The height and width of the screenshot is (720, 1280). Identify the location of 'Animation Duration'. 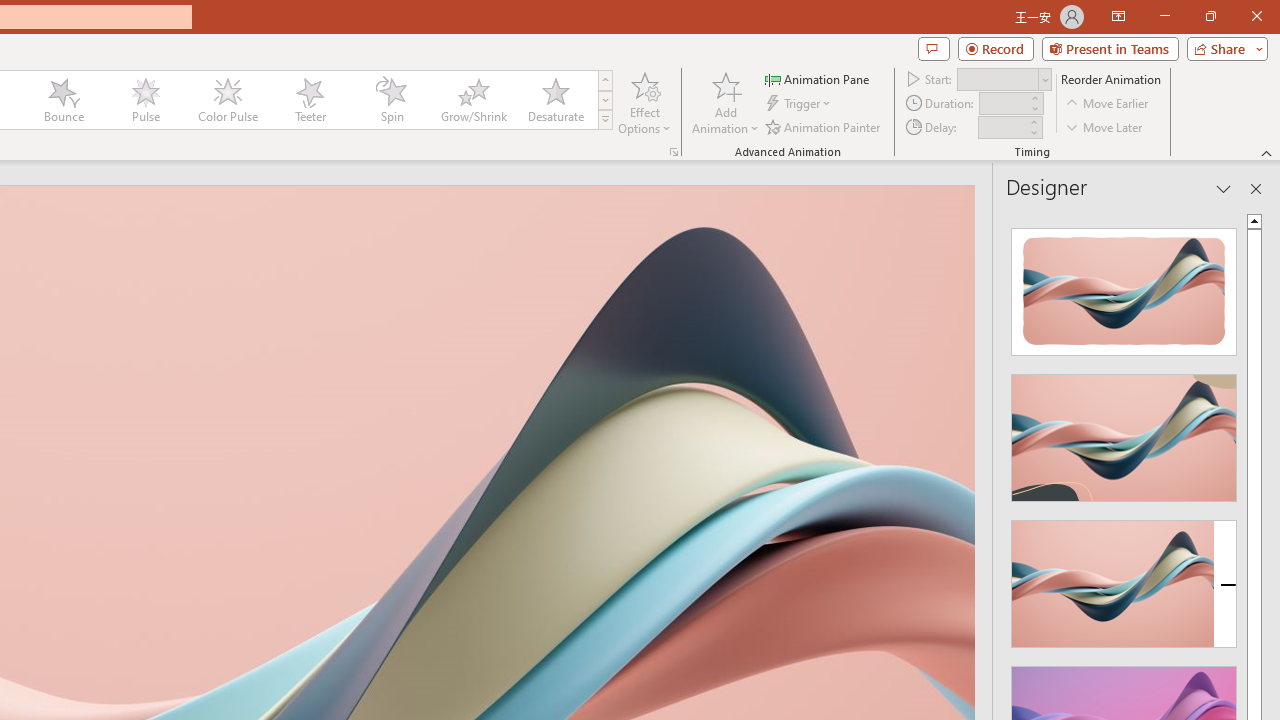
(1003, 103).